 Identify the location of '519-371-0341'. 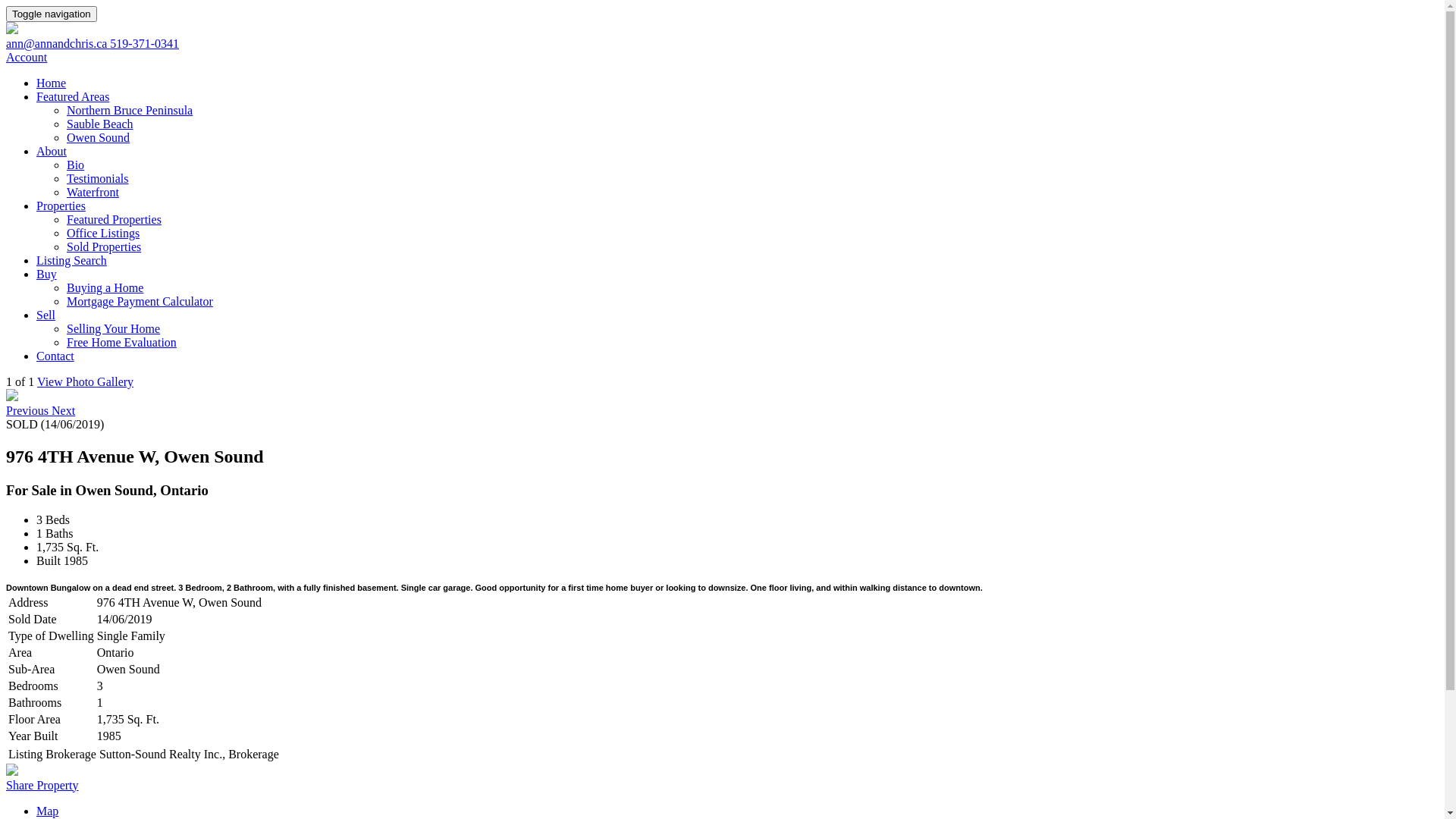
(144, 42).